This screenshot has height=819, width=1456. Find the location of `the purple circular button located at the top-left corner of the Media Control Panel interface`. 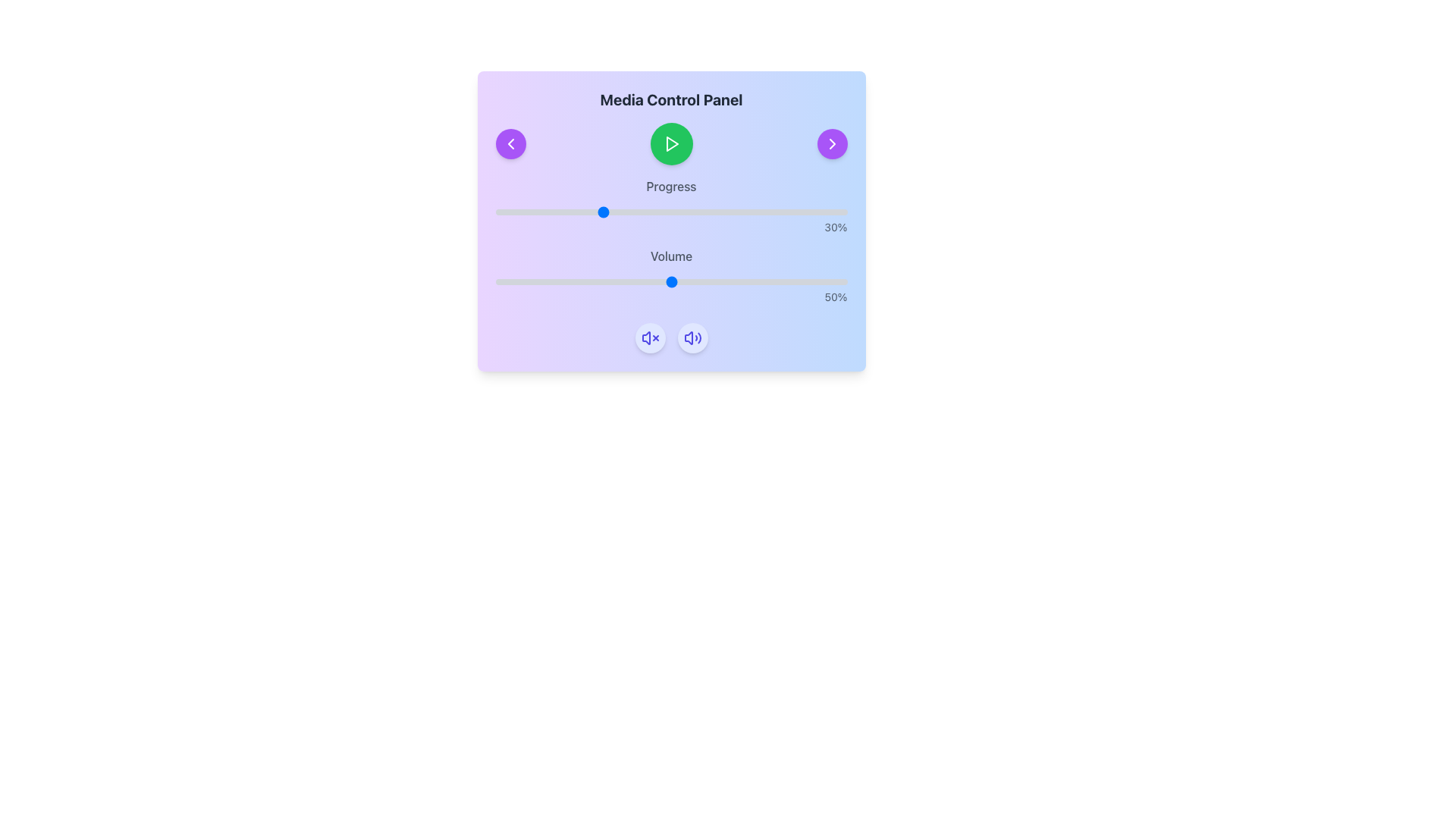

the purple circular button located at the top-left corner of the Media Control Panel interface is located at coordinates (510, 143).